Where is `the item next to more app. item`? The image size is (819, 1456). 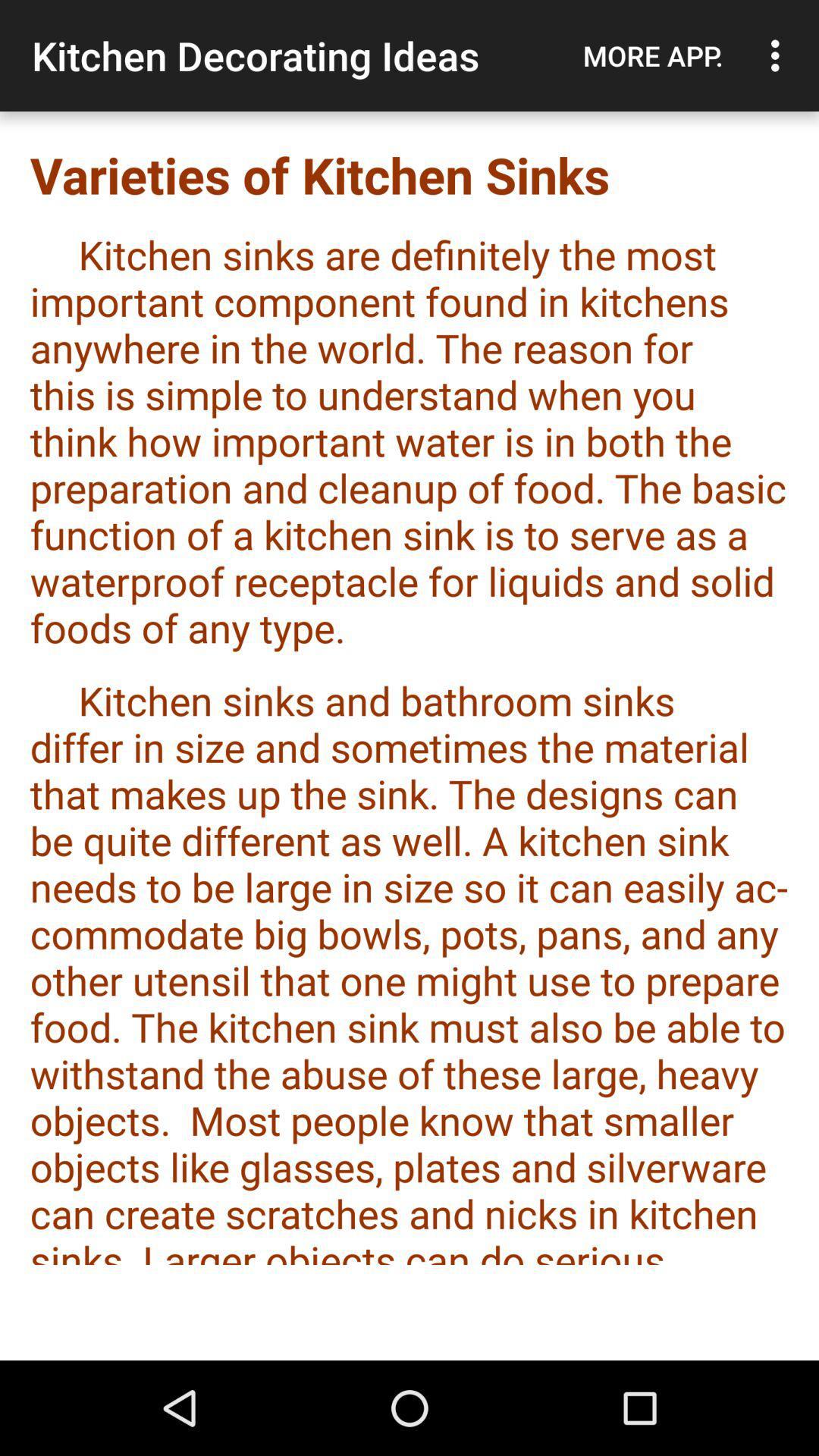
the item next to more app. item is located at coordinates (779, 55).